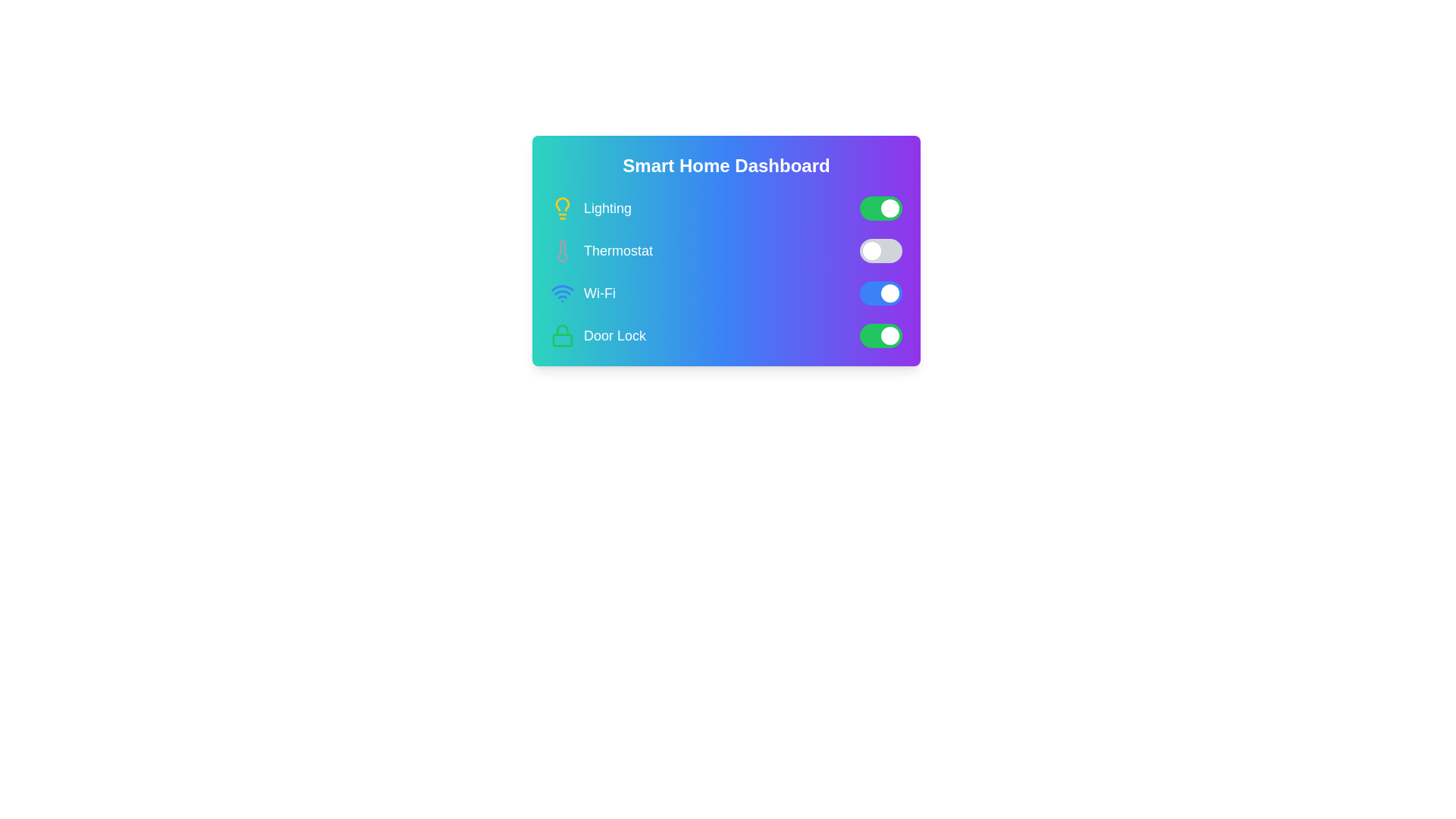 This screenshot has height=819, width=1456. Describe the element at coordinates (562, 329) in the screenshot. I see `properties of the curved line element that forms part of the lock icon in the 'Door Lock' section of the interface` at that location.